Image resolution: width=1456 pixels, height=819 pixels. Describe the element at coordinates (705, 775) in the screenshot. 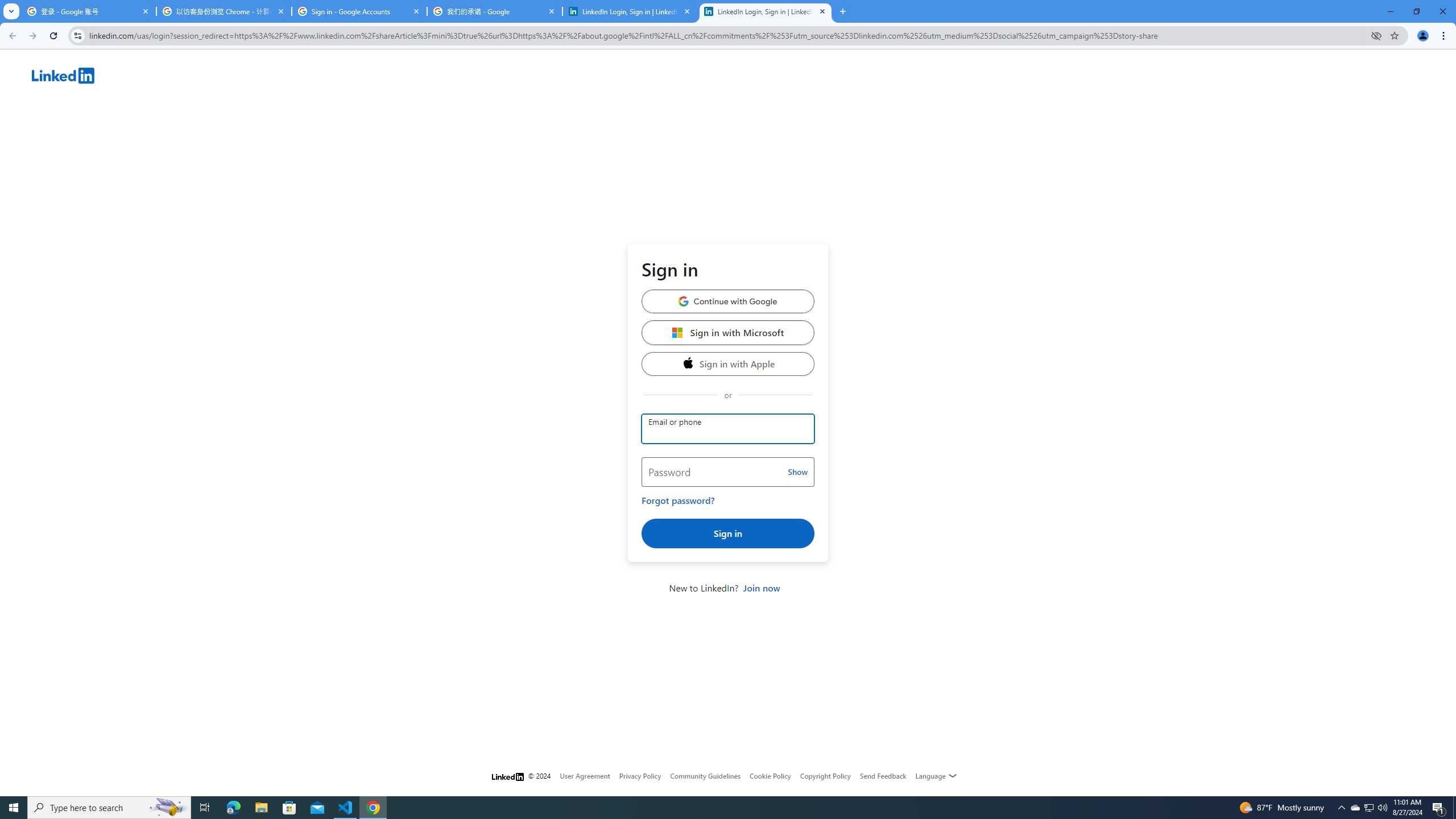

I see `'Community Guidelines'` at that location.